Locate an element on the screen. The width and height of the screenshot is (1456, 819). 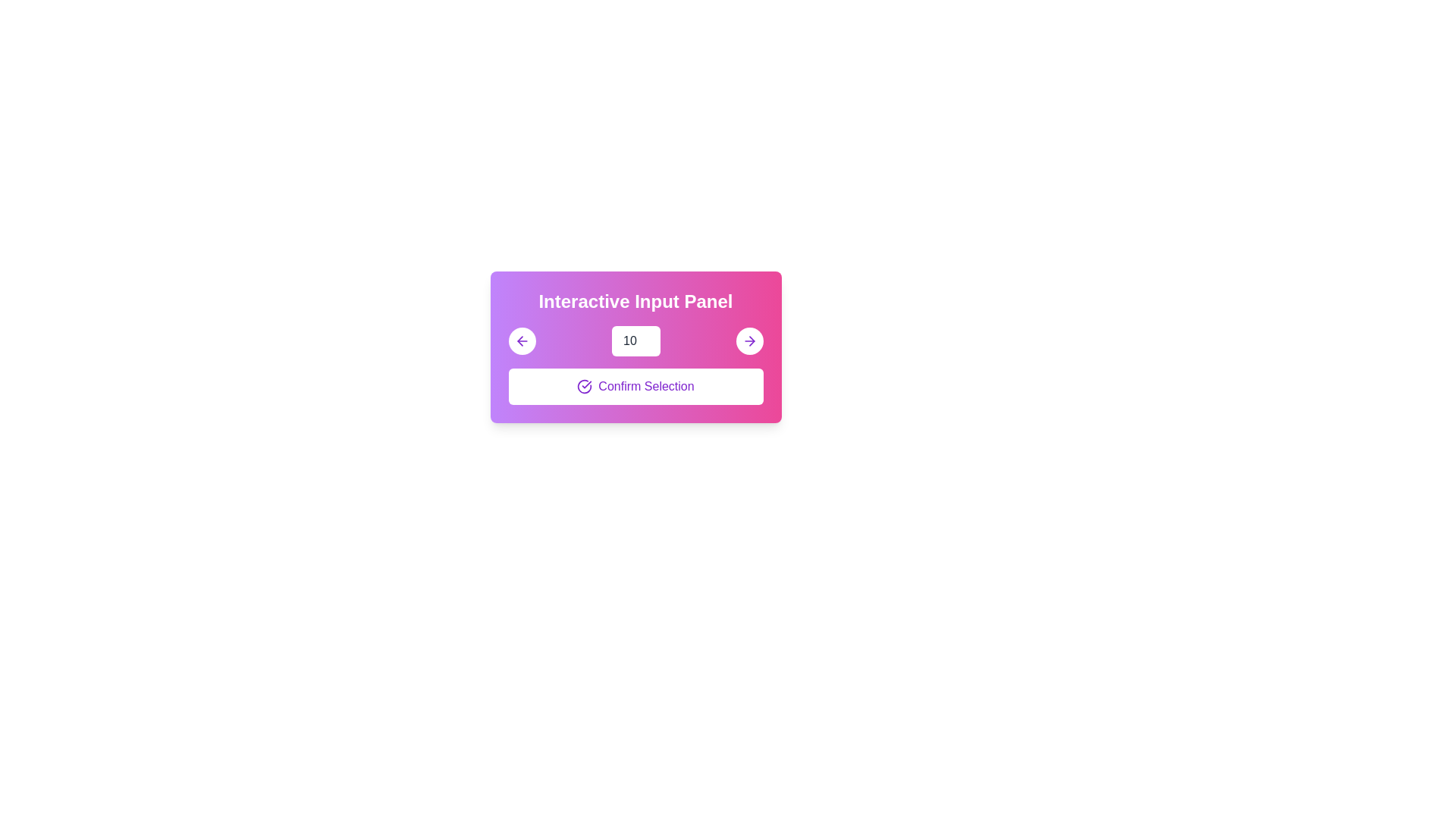
the circular purple icon with a check mark inside, located to the left of the 'Confirm Selection' button is located at coordinates (584, 385).